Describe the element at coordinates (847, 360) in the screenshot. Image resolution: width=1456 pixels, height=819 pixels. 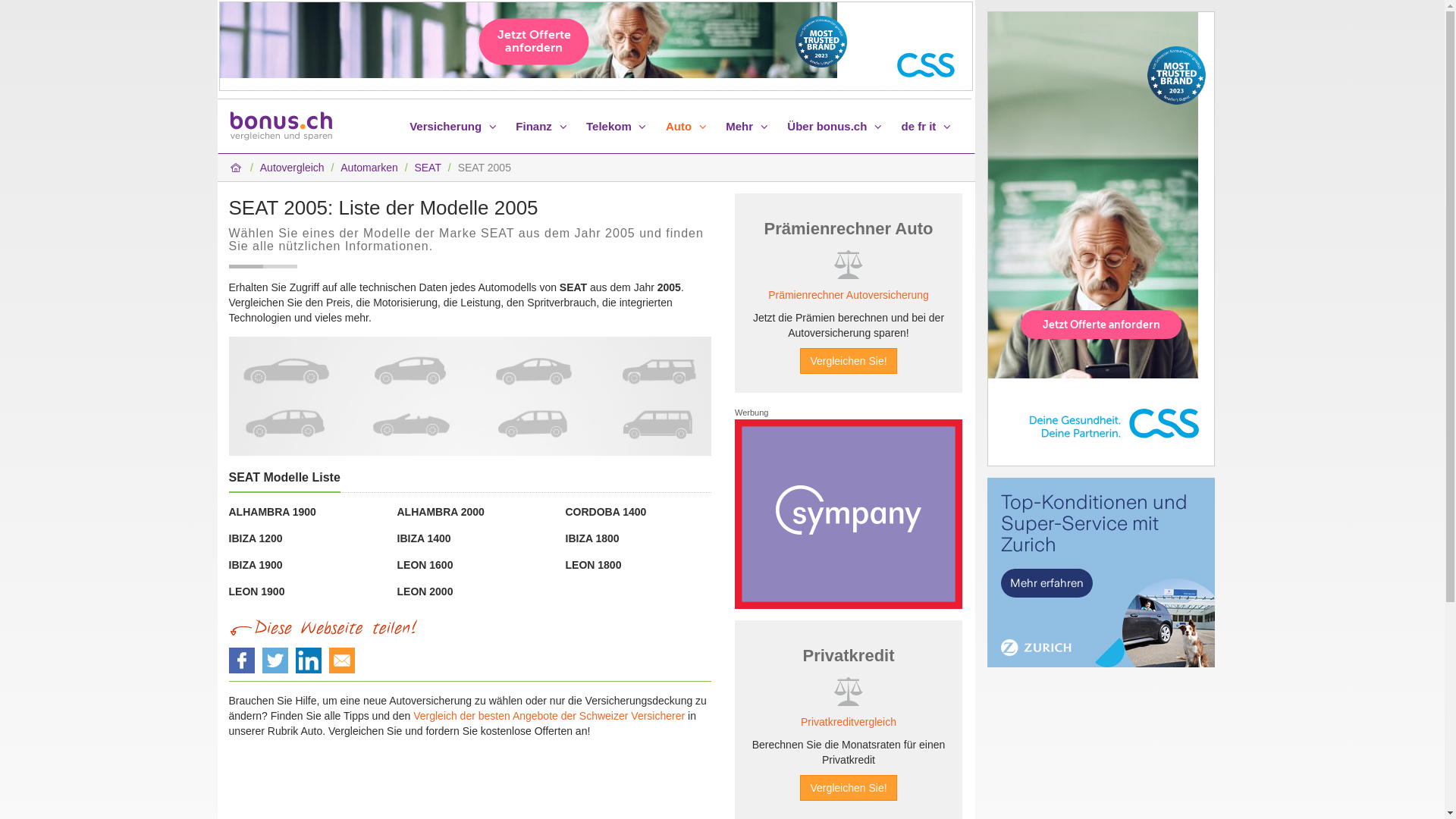
I see `'Vergleichen Sie!'` at that location.